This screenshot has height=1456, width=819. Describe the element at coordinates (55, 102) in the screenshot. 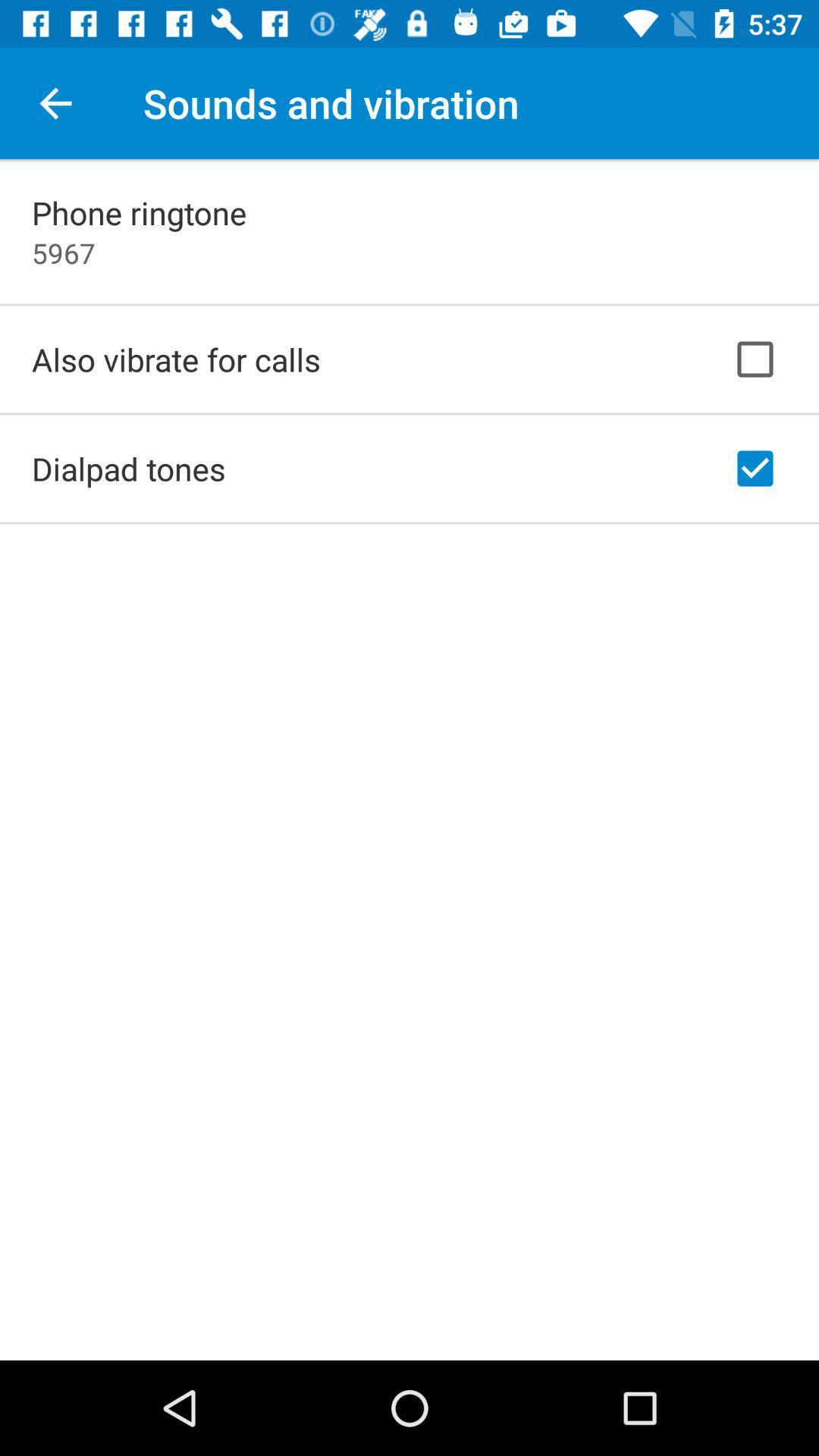

I see `the app above phone ringtone icon` at that location.